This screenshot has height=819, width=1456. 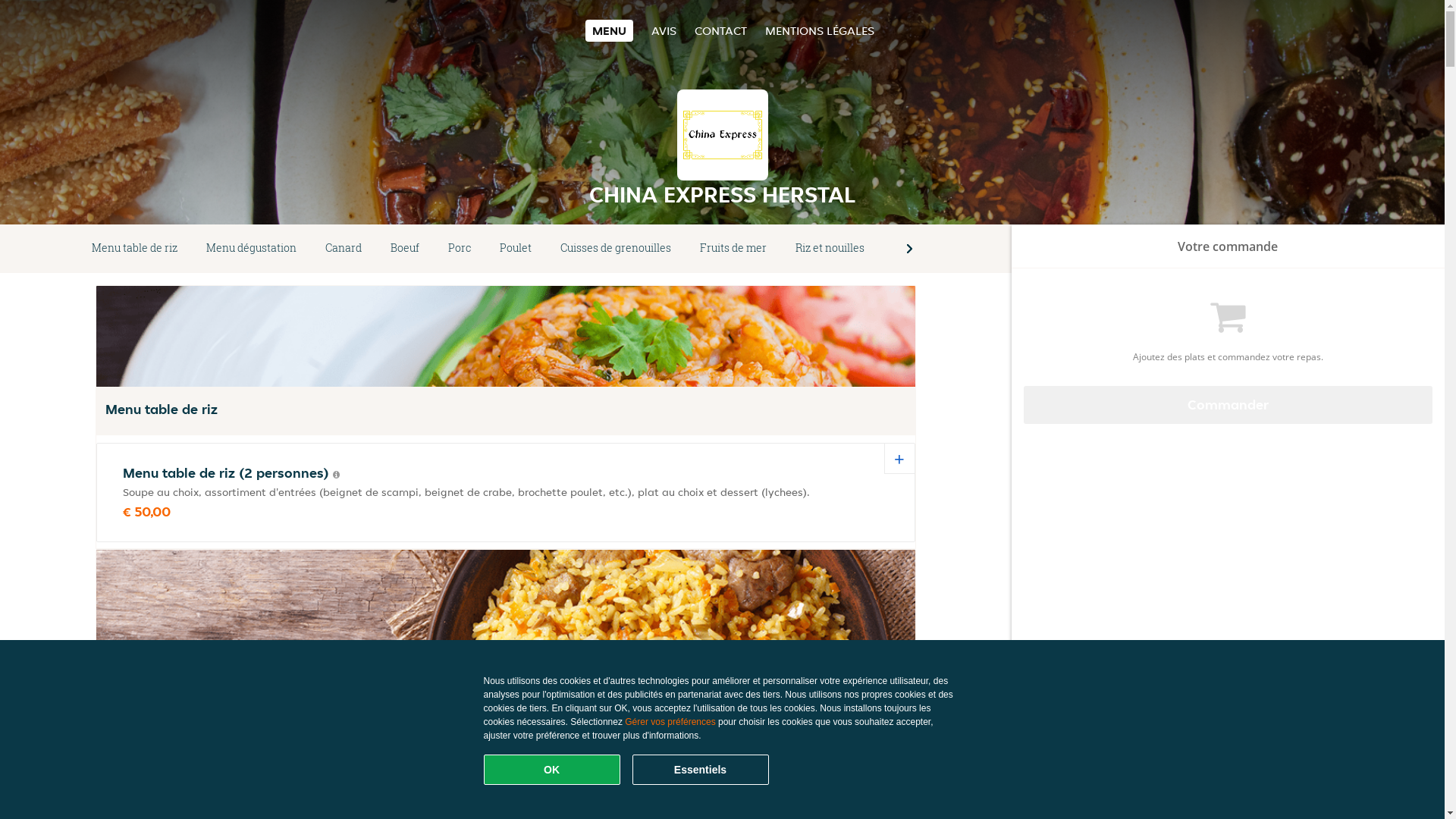 I want to click on 'CONTACT', so click(x=720, y=30).